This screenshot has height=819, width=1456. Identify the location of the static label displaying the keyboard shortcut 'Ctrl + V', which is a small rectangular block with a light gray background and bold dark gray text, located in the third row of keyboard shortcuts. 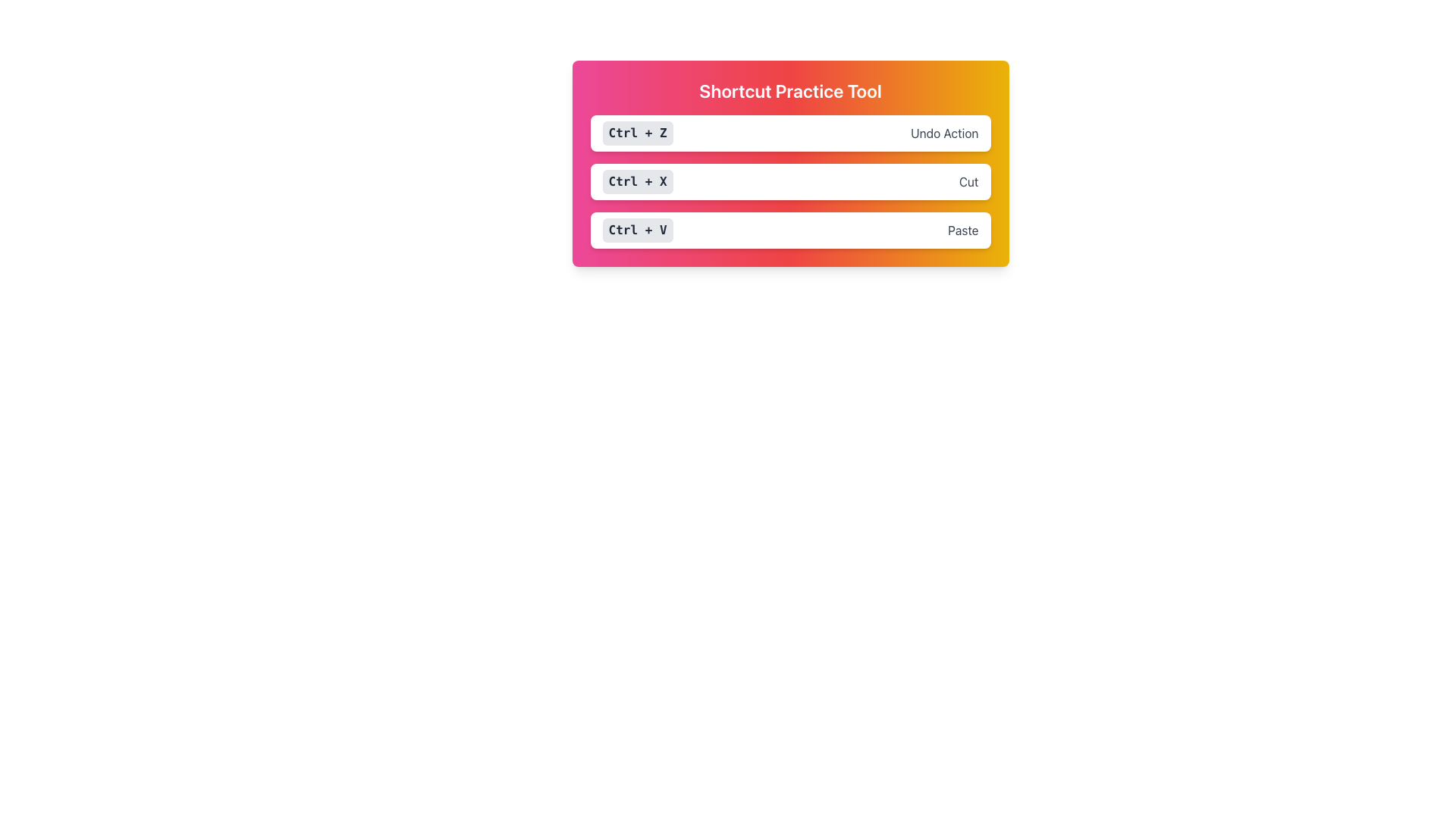
(637, 231).